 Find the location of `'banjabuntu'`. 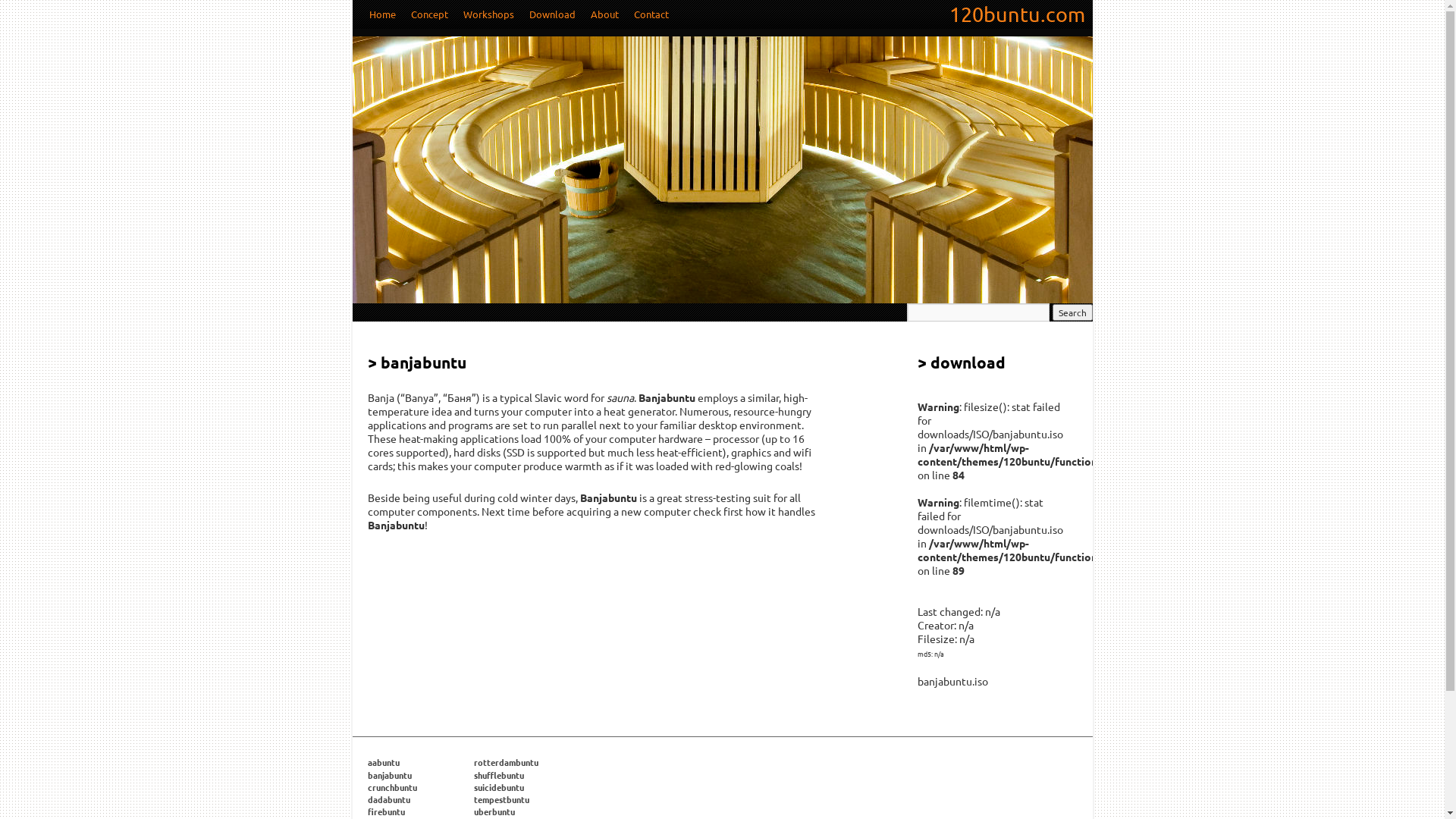

'banjabuntu' is located at coordinates (389, 775).